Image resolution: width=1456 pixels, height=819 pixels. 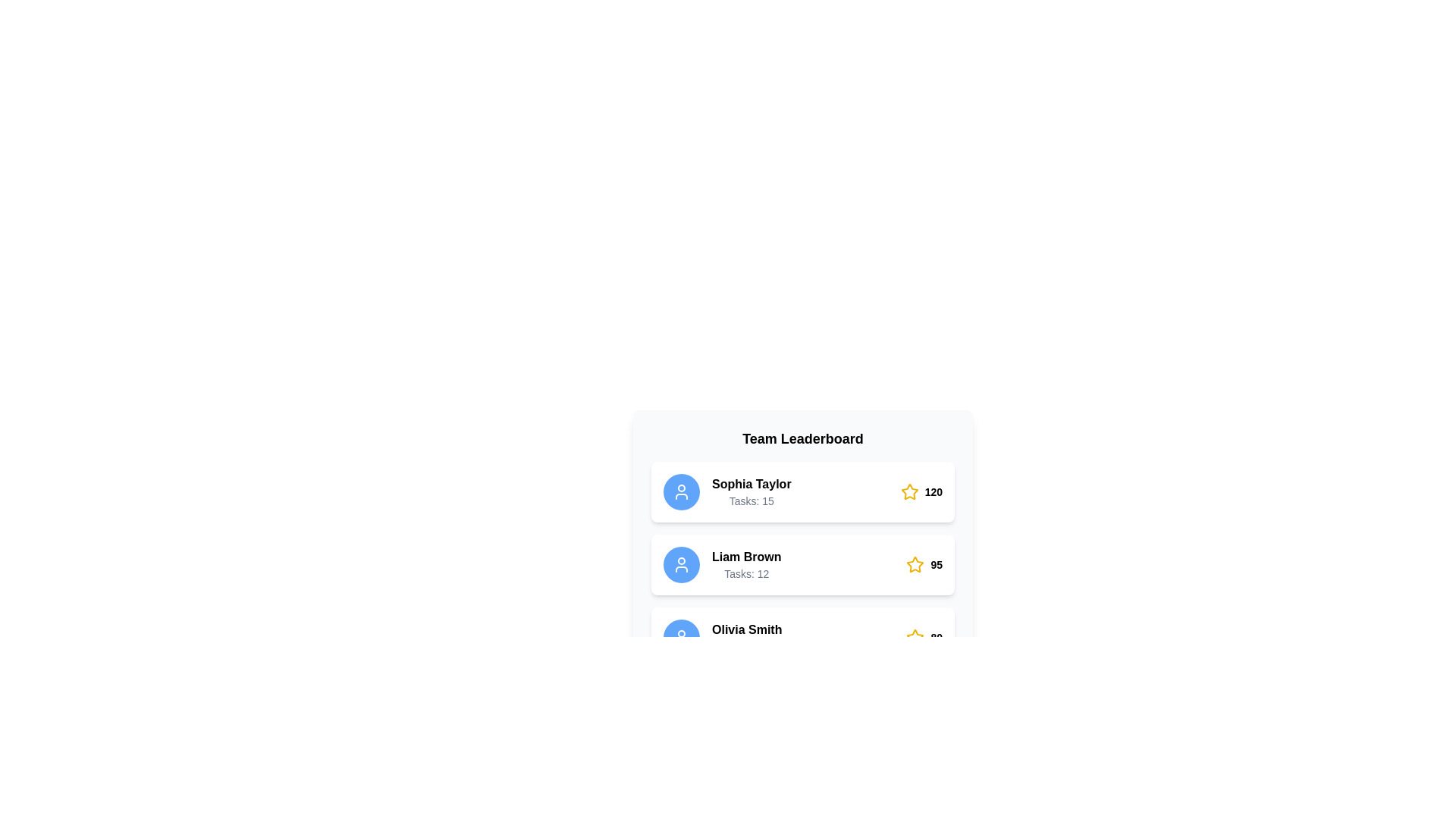 I want to click on the text label displaying the name 'Liam Brown', which is located in the second entry of the leaderboard list, so click(x=746, y=557).